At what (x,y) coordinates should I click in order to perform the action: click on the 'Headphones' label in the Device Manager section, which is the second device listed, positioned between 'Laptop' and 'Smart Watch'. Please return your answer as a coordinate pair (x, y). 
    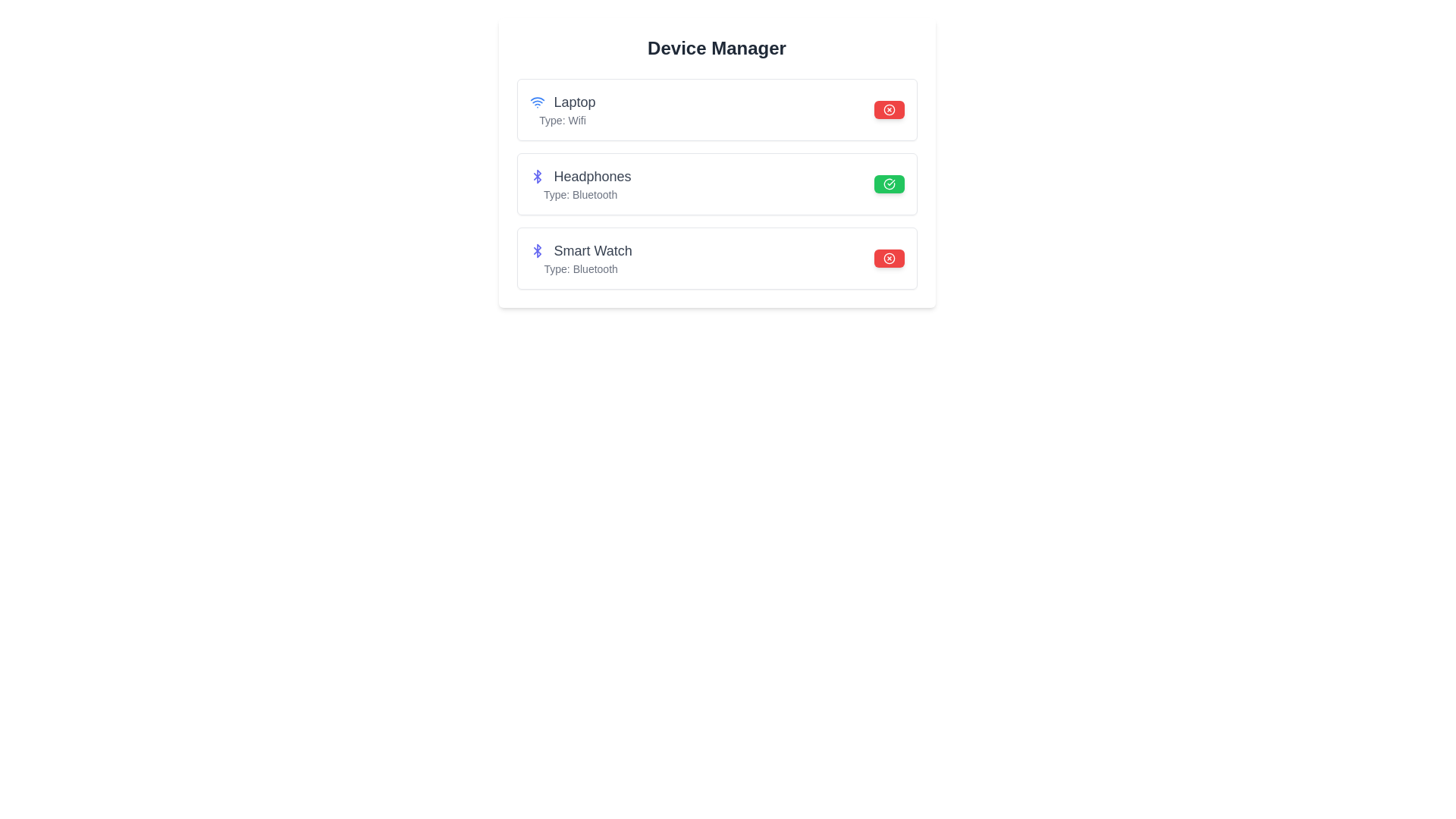
    Looking at the image, I should click on (579, 175).